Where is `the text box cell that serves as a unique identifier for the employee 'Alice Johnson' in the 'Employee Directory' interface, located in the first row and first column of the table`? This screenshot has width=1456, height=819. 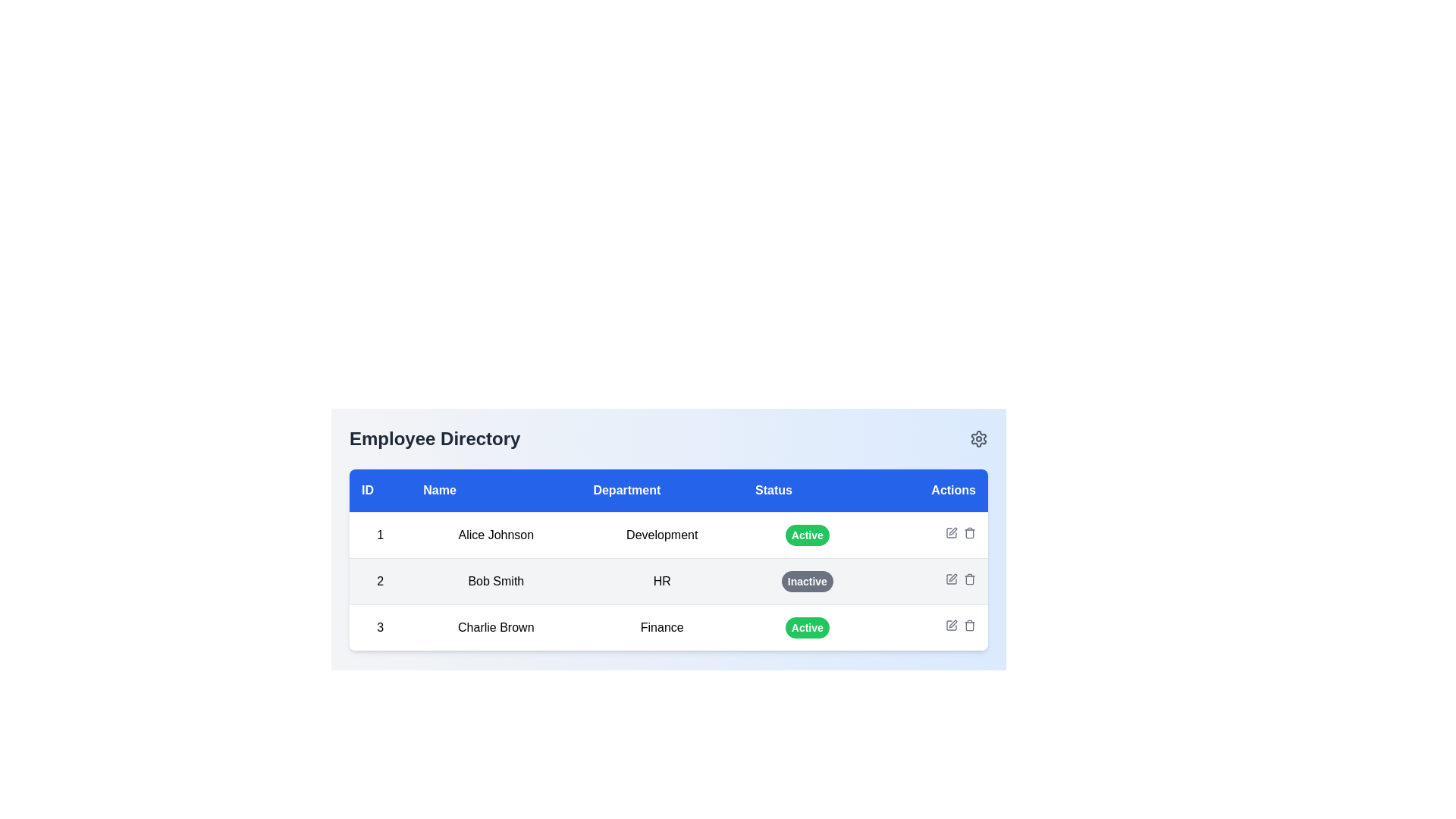 the text box cell that serves as a unique identifier for the employee 'Alice Johnson' in the 'Employee Directory' interface, located in the first row and first column of the table is located at coordinates (380, 534).